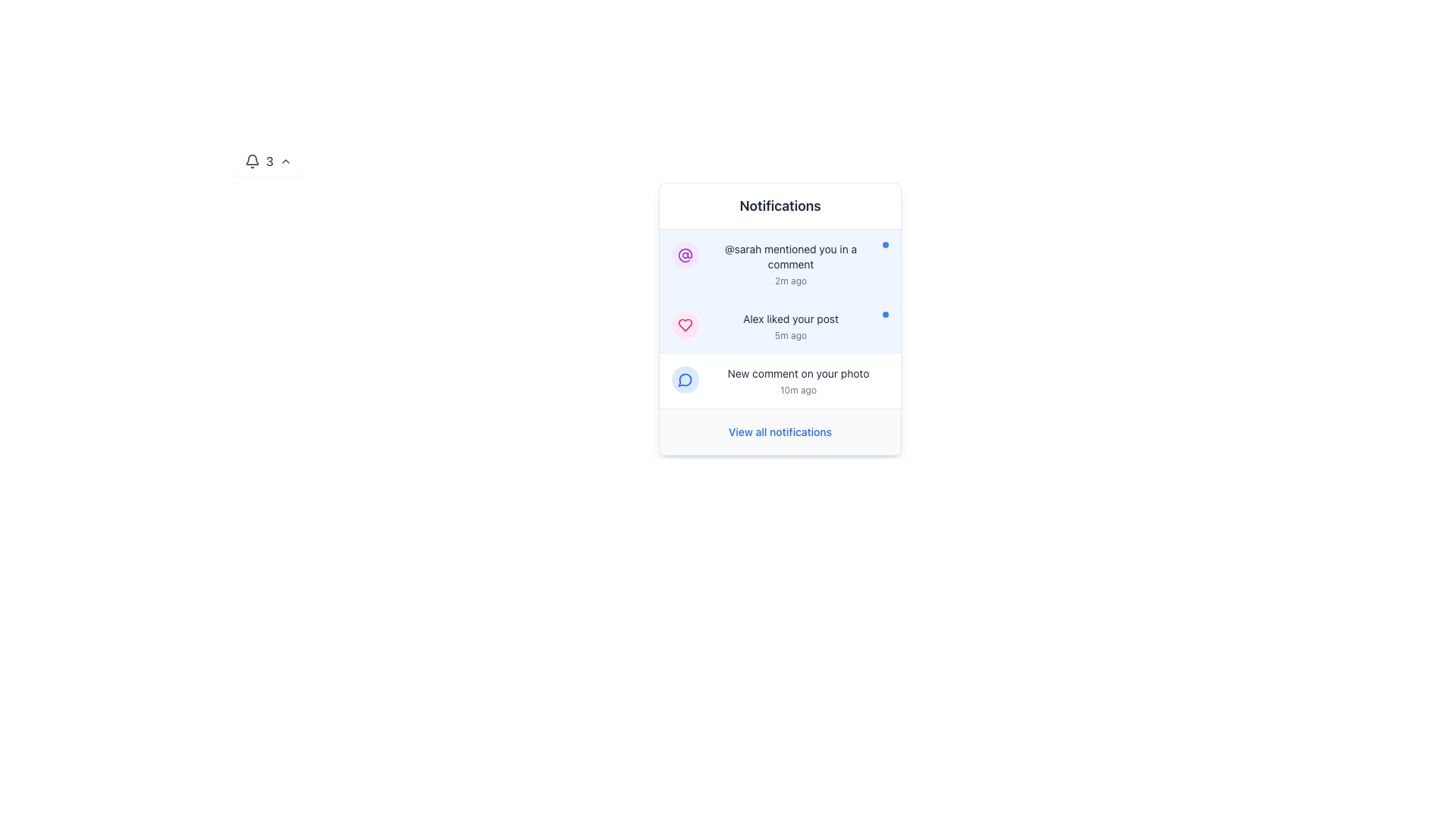 Image resolution: width=1456 pixels, height=819 pixels. Describe the element at coordinates (780, 326) in the screenshot. I see `the second notification item in the notifications panel, which features a pale blue background, a pink heart icon on the left, and text indicating 'Alex liked your post'` at that location.